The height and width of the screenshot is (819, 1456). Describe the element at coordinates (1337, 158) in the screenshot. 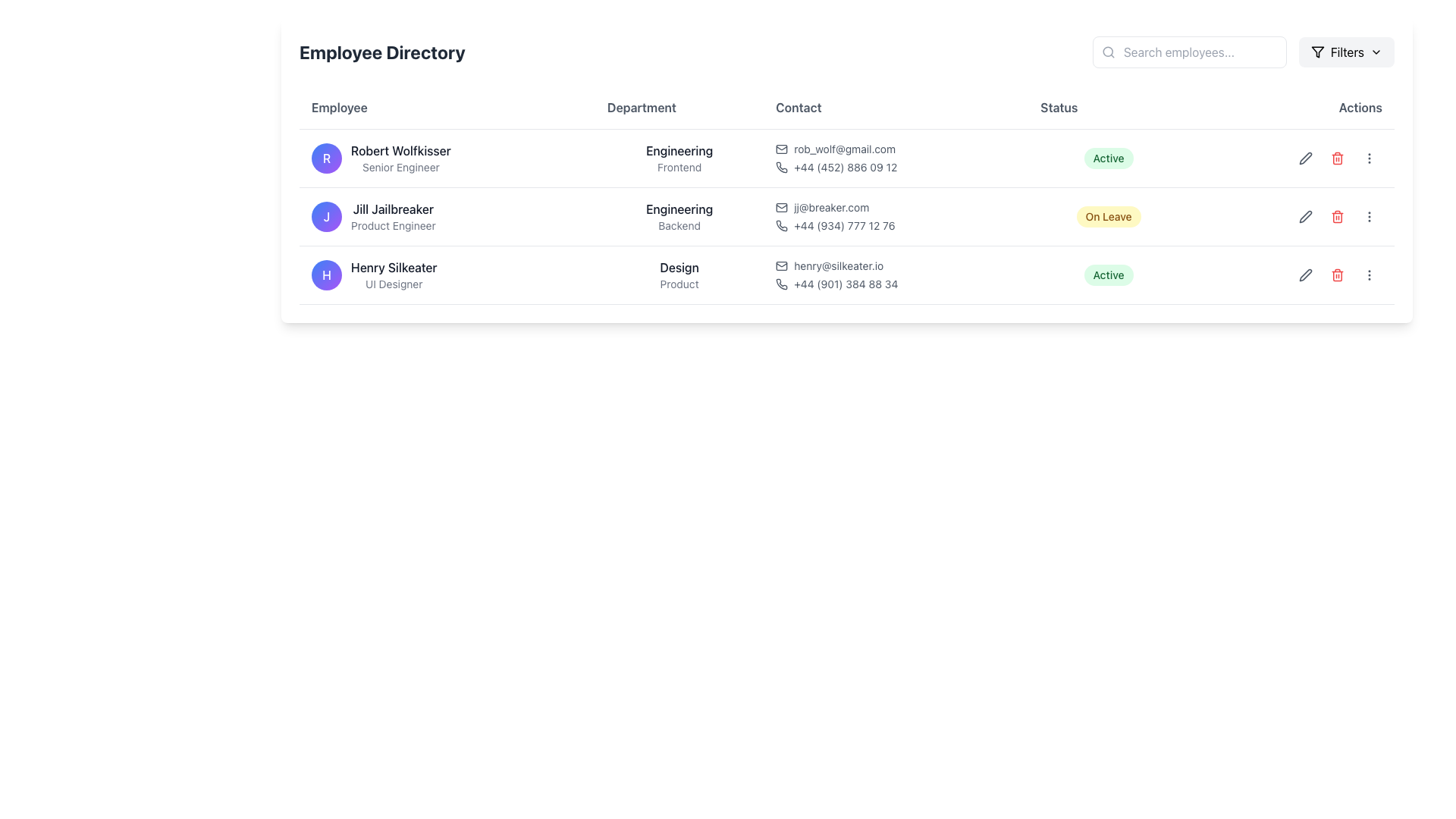

I see `the delete button with an icon located in the 'Actions' column of the second row in the 'Employee Directory' table to change its background color` at that location.